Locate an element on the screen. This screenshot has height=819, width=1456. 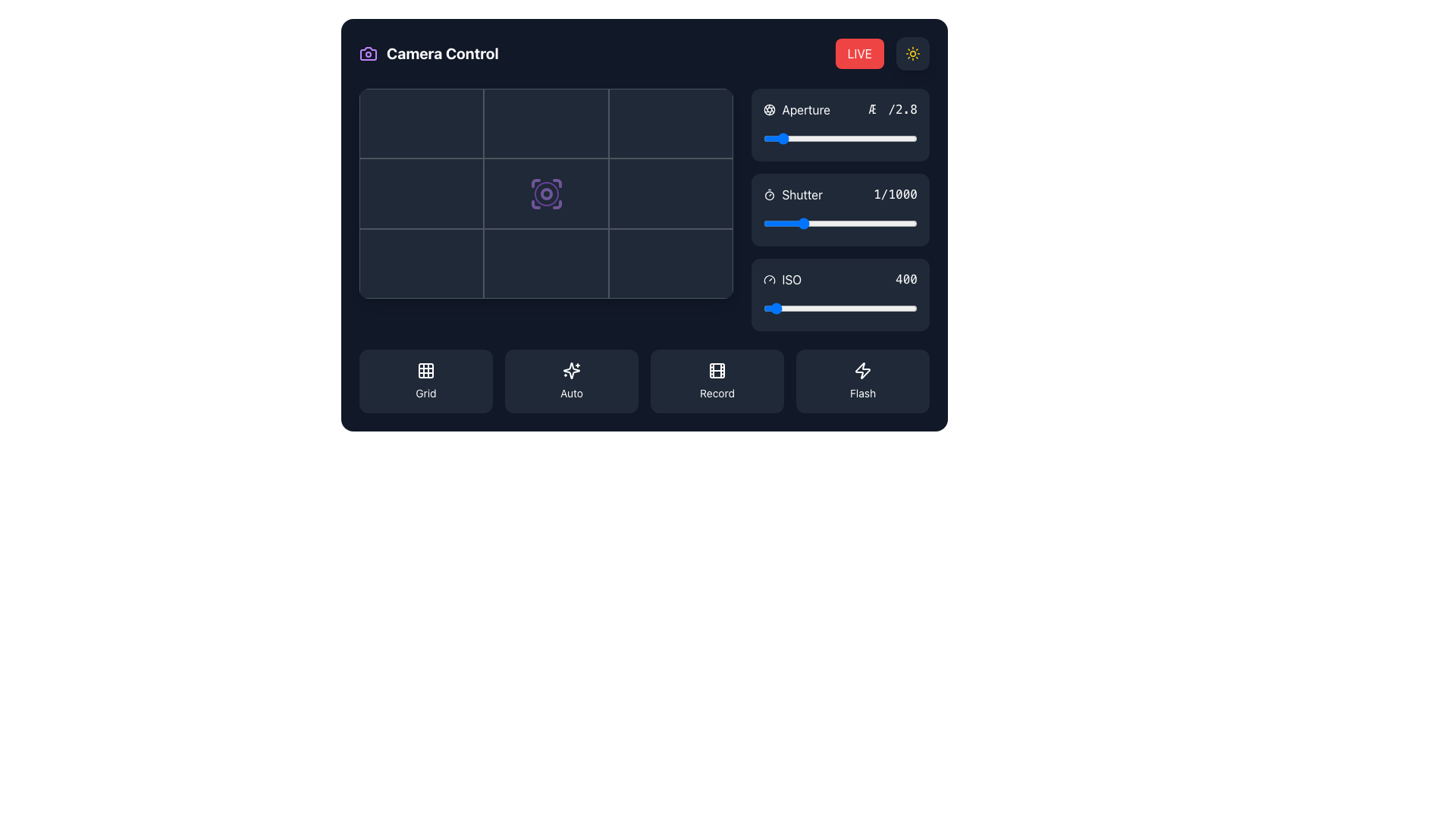
the rectangular segment in the bottom-right corner of the 3x3 grid layout with a dark background and light-colored border is located at coordinates (670, 263).